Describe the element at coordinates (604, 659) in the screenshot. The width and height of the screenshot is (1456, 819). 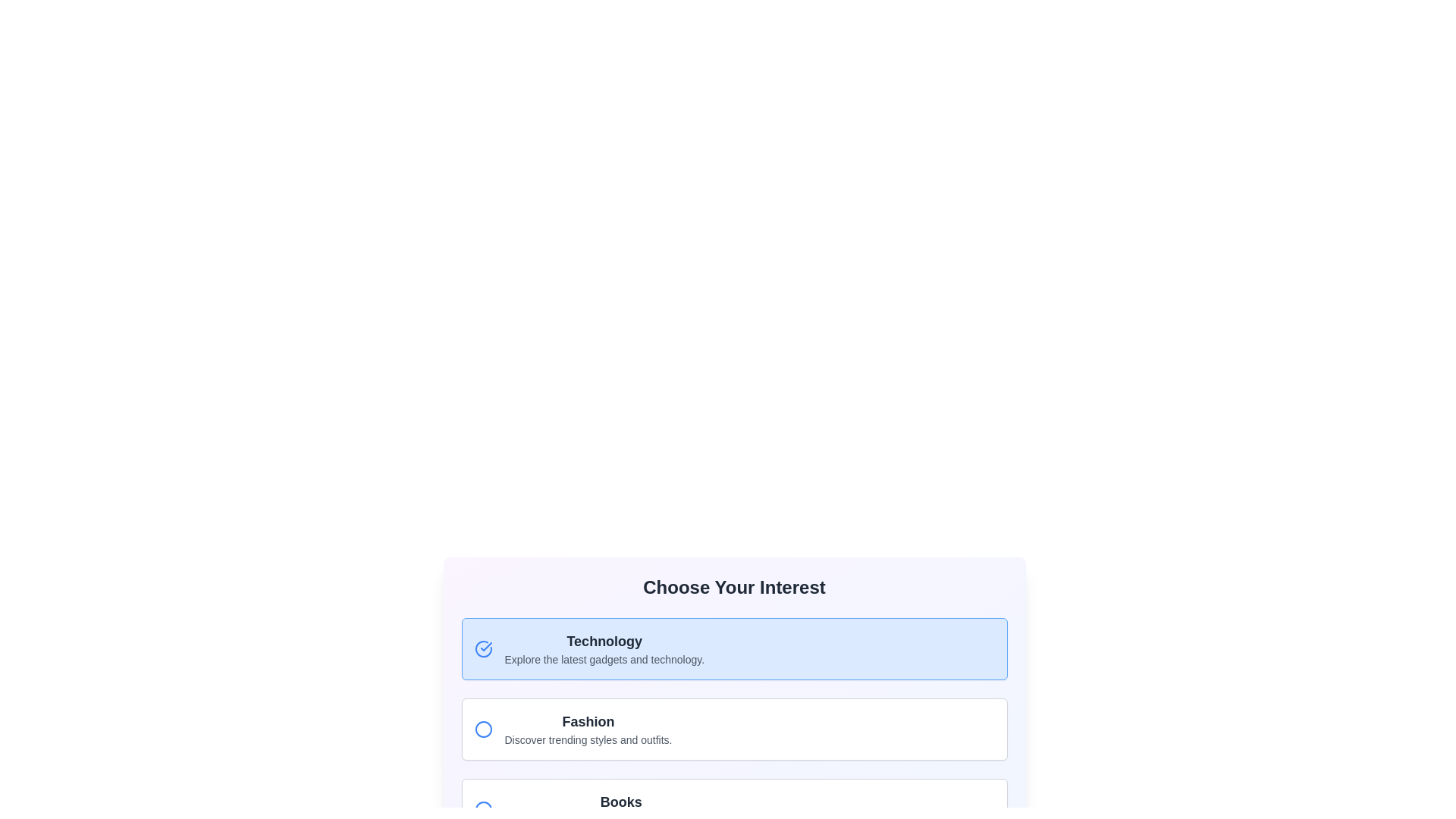
I see `the Text label positioned beneath the 'Technology' section, which provides additional details about that section` at that location.